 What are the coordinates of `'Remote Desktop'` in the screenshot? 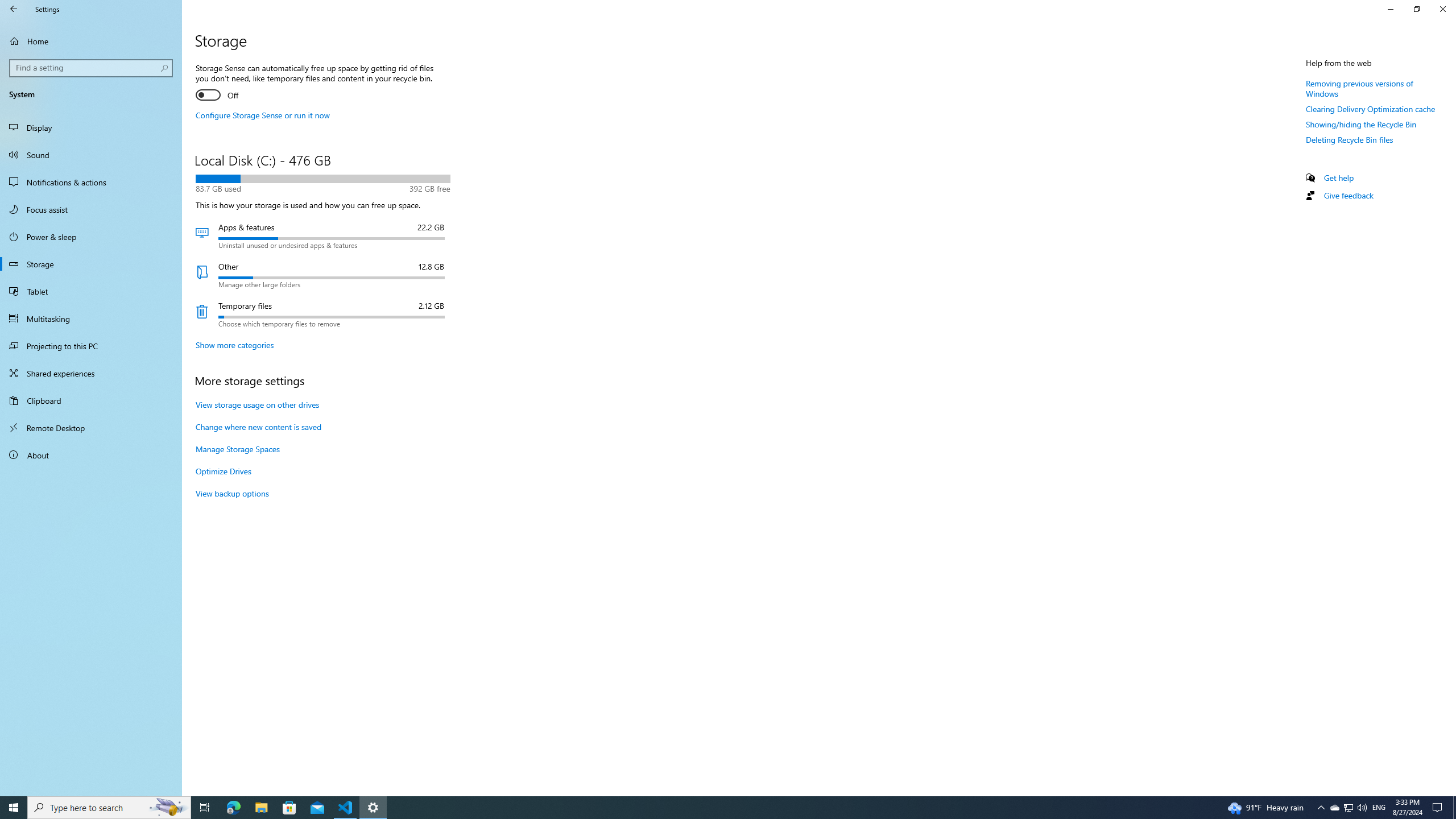 It's located at (90, 427).